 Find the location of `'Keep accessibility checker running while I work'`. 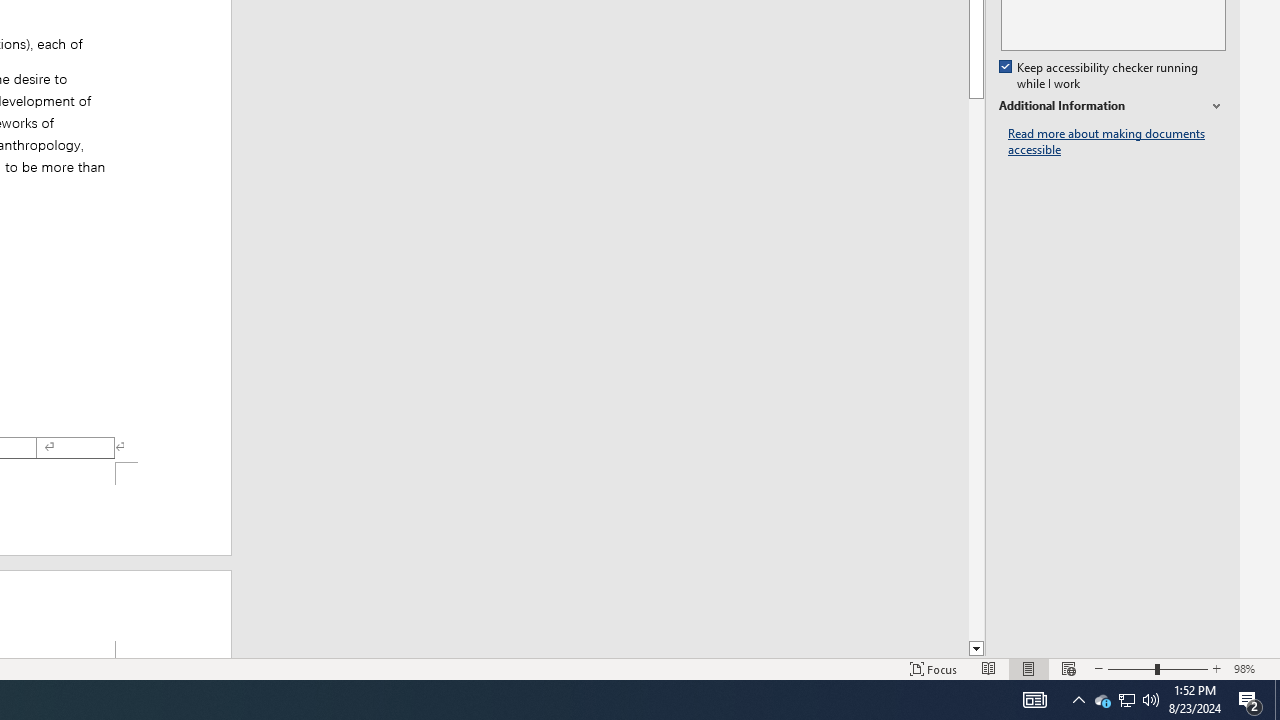

'Keep accessibility checker running while I work' is located at coordinates (1099, 75).